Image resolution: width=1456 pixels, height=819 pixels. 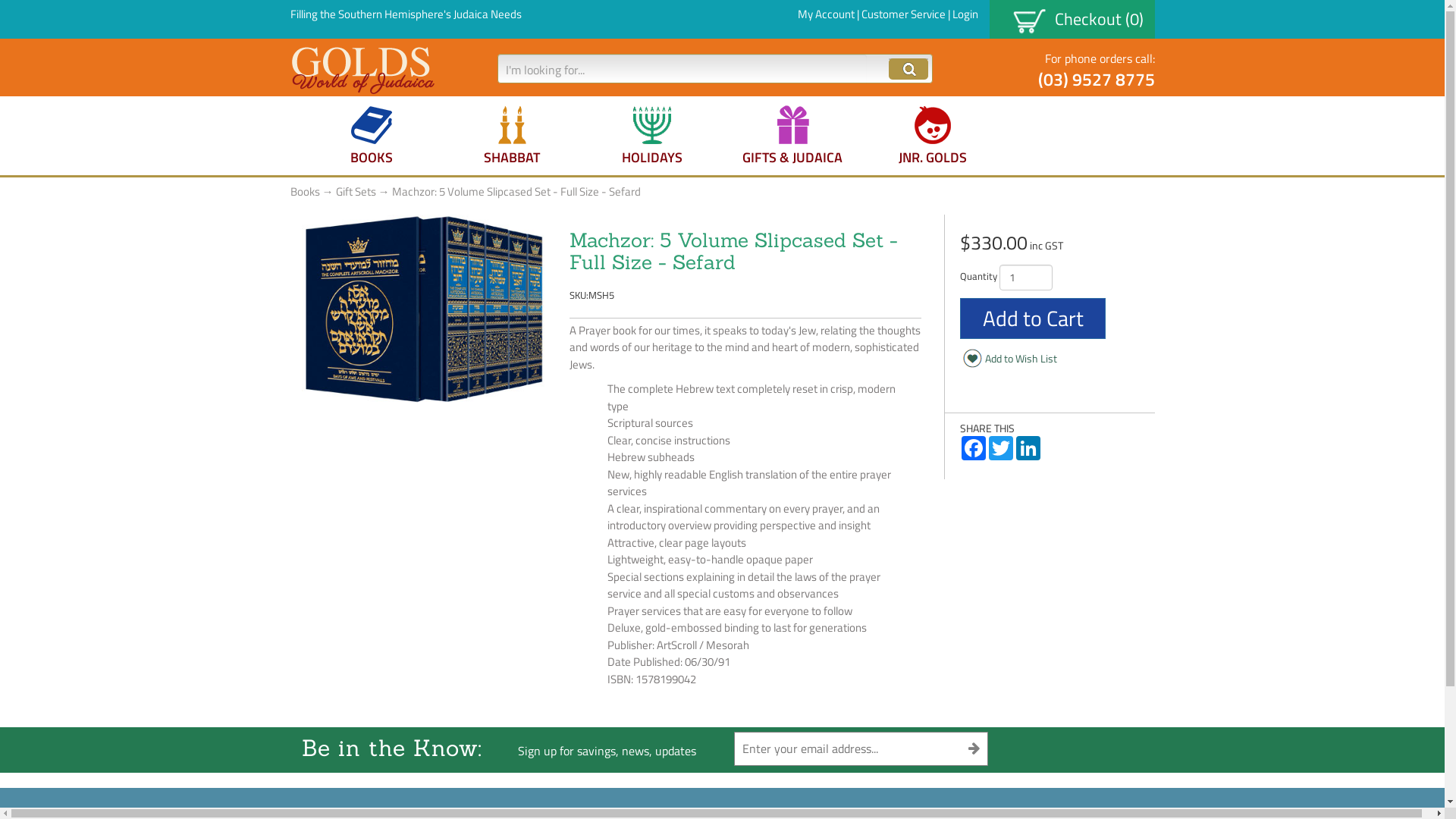 I want to click on 'Twitter', so click(x=1001, y=447).